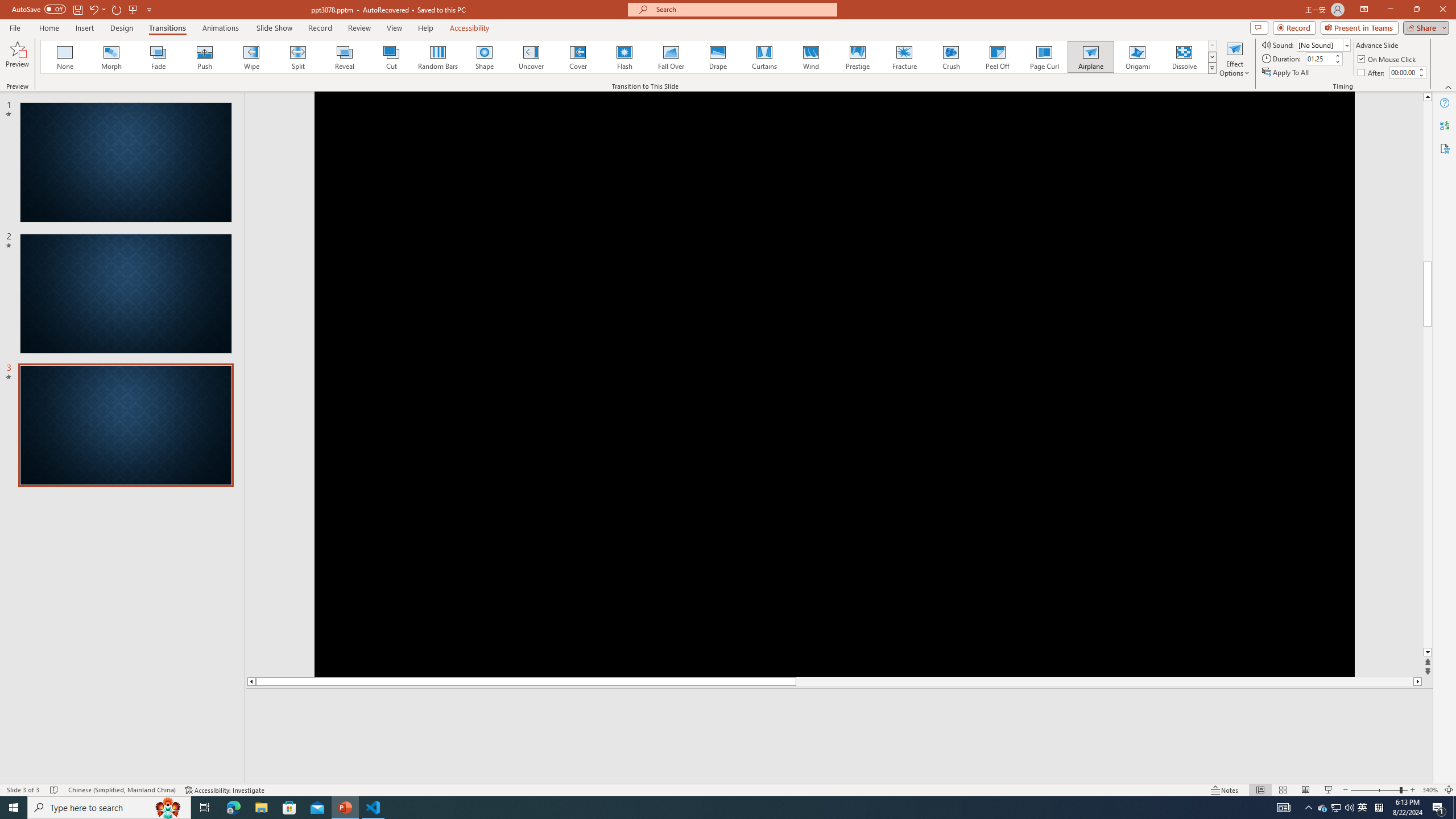 The height and width of the screenshot is (819, 1456). What do you see at coordinates (577, 56) in the screenshot?
I see `'Cover'` at bounding box center [577, 56].